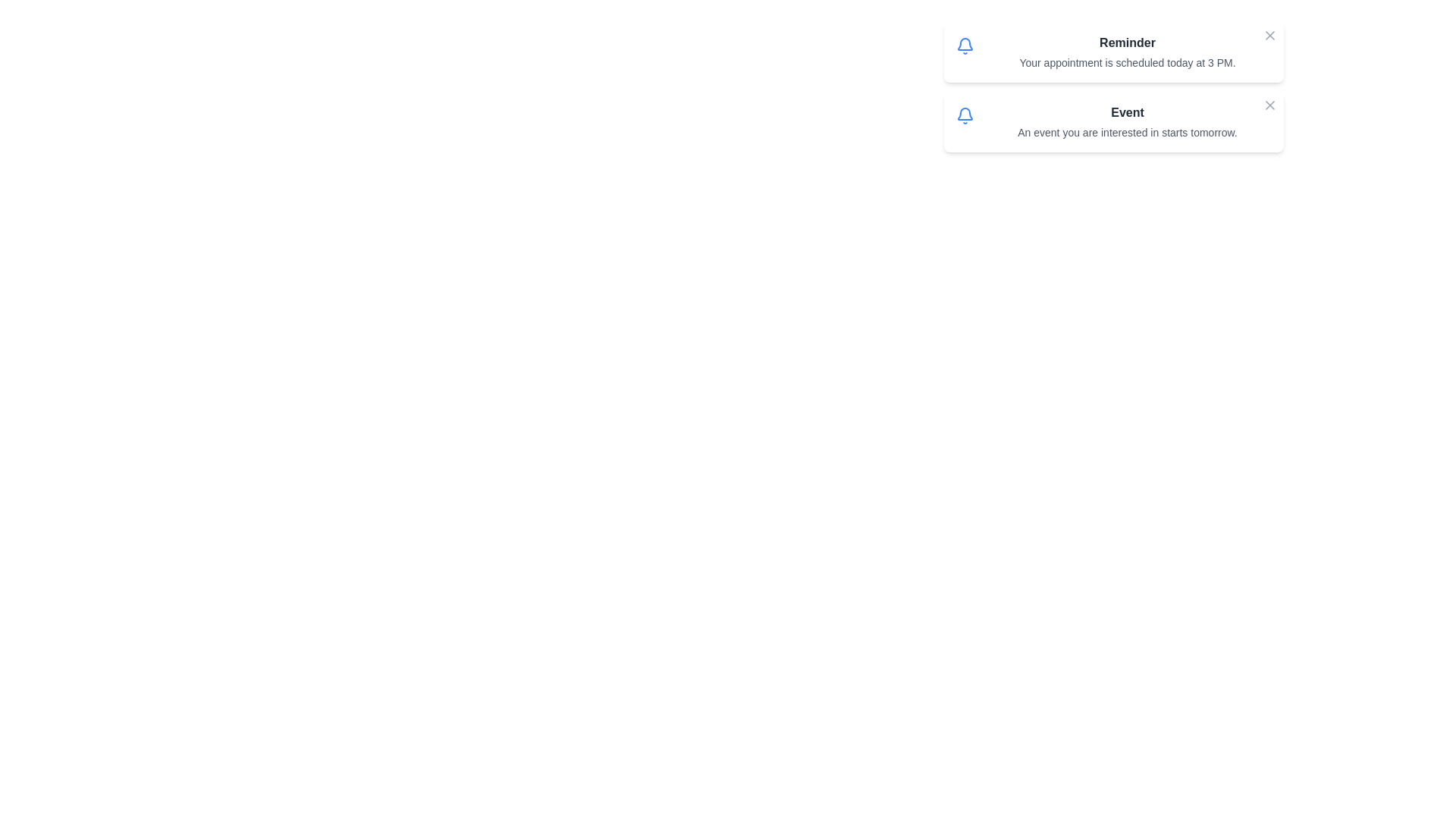 The width and height of the screenshot is (1456, 819). Describe the element at coordinates (1128, 121) in the screenshot. I see `informational text within the second notification card located in the upper right half of the interface` at that location.